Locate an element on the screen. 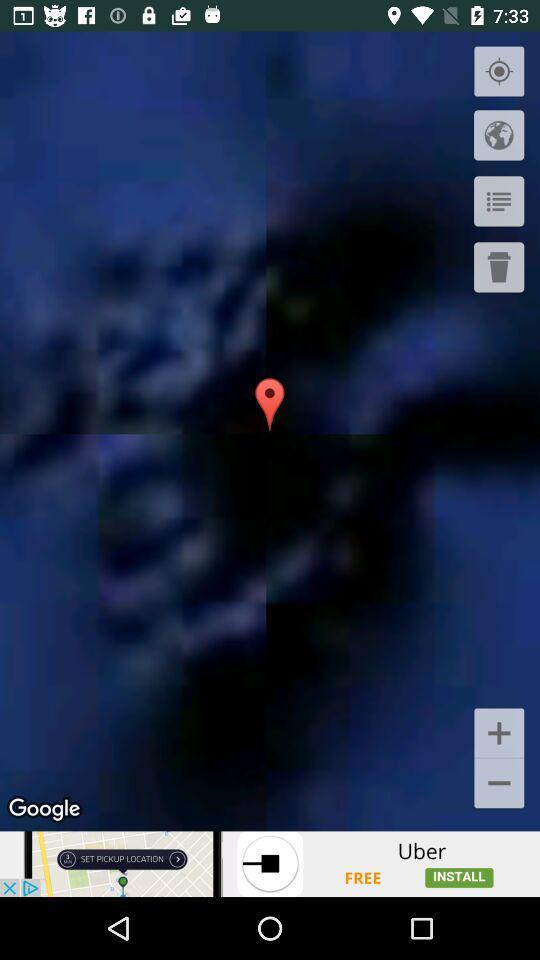 The height and width of the screenshot is (960, 540). the delete icon is located at coordinates (498, 266).